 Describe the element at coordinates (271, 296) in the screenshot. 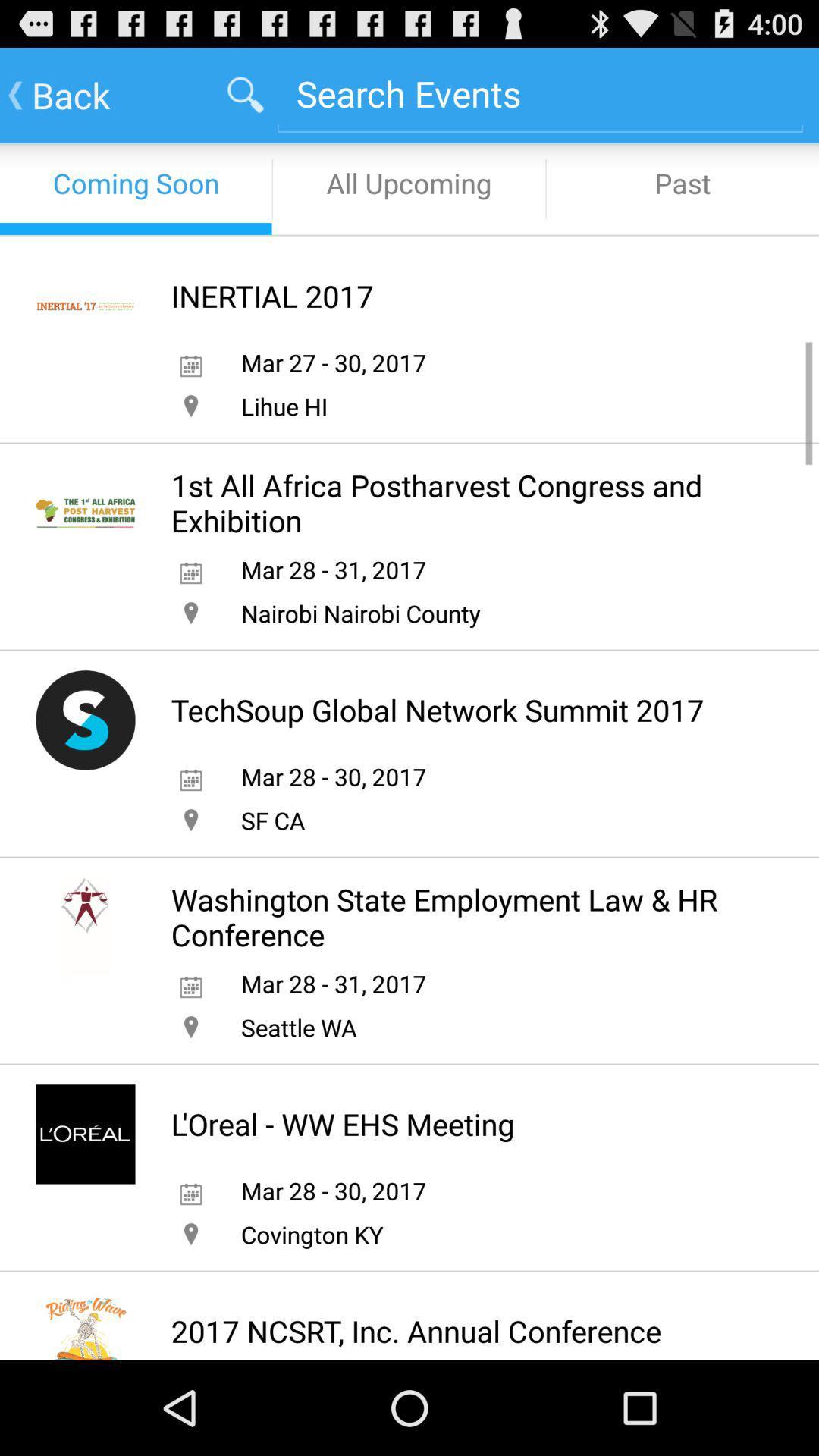

I see `inertial 2017 icon` at that location.